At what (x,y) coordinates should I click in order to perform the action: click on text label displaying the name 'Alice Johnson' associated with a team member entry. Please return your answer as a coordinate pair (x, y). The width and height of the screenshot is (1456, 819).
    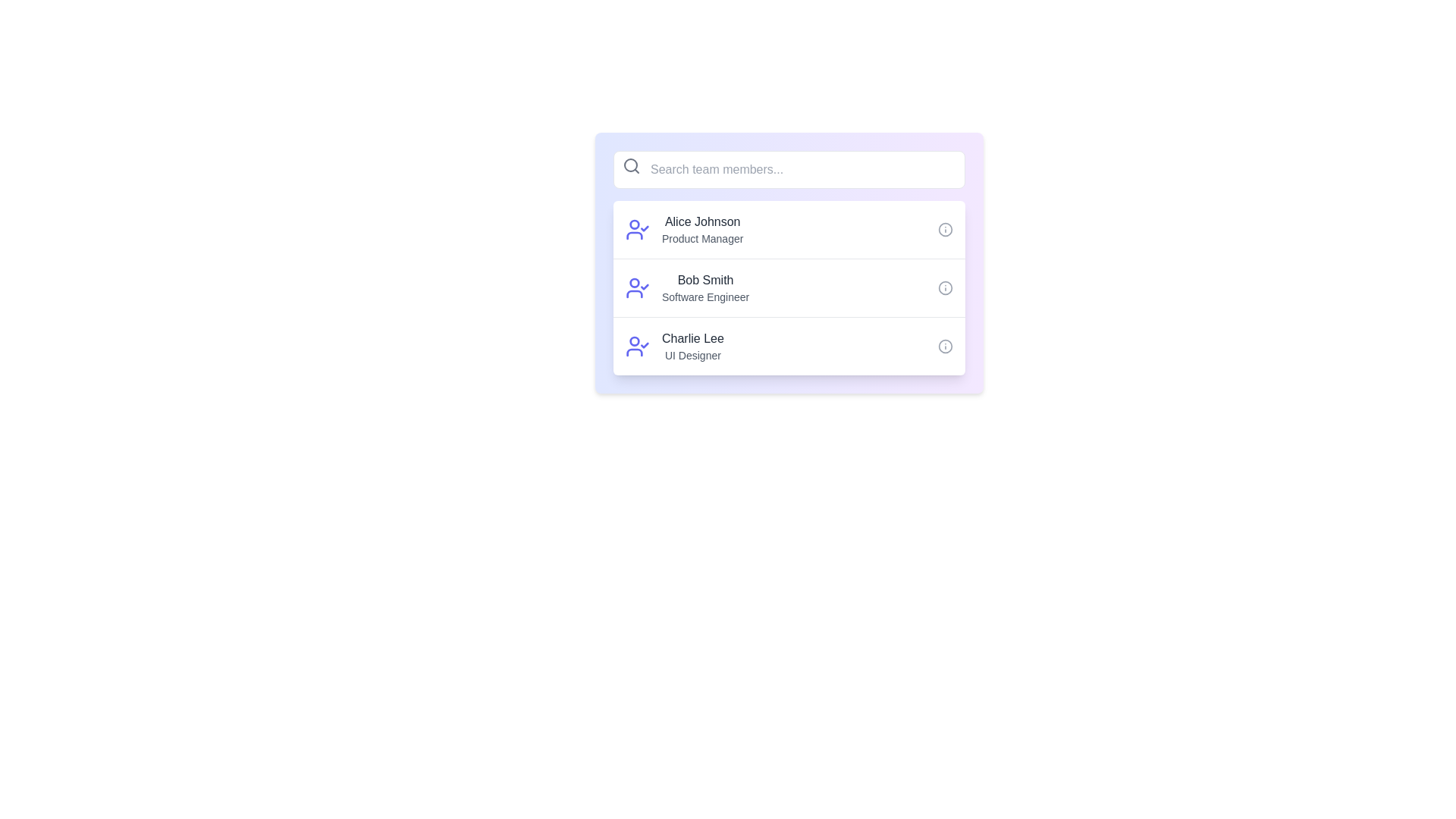
    Looking at the image, I should click on (701, 222).